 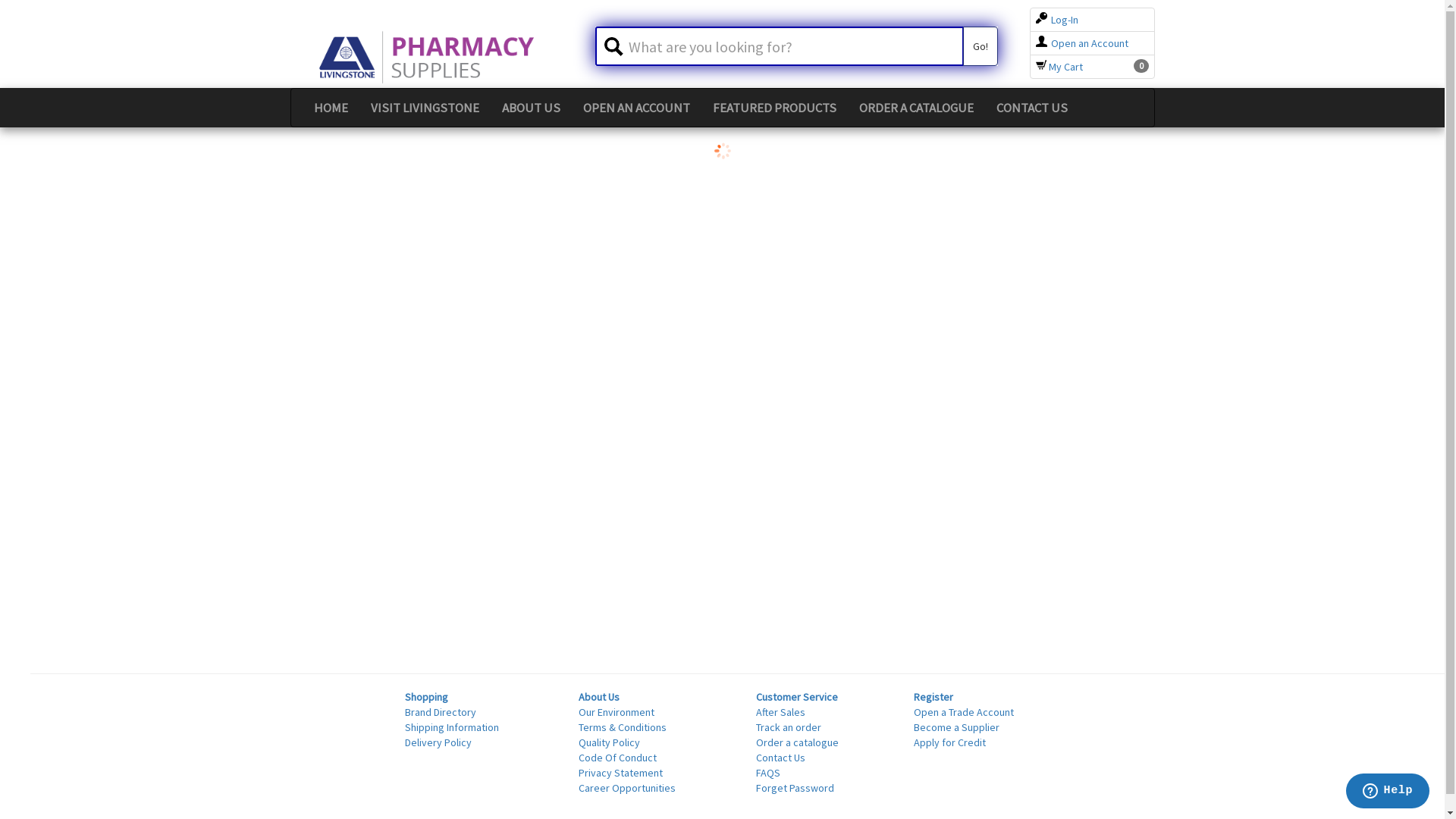 I want to click on 'Forget Password', so click(x=794, y=786).